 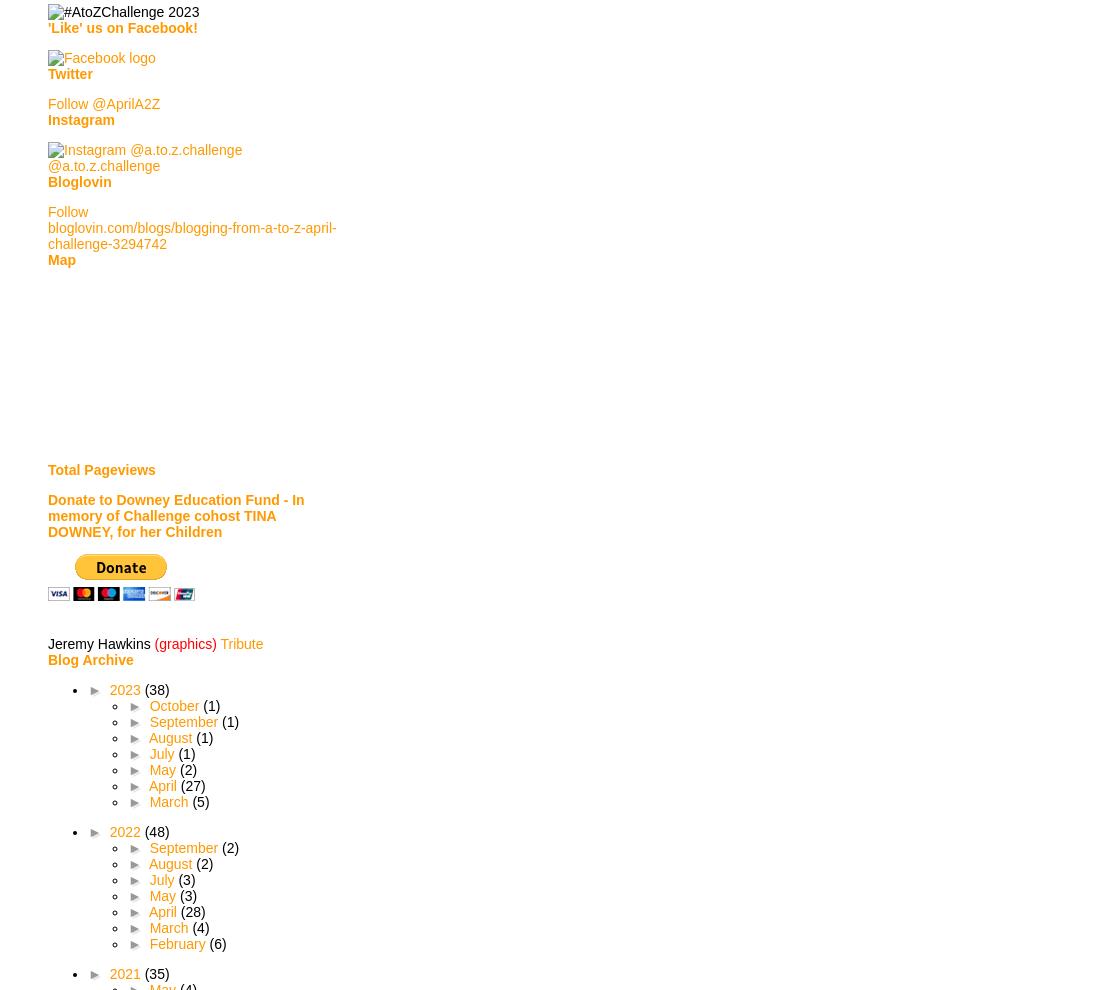 What do you see at coordinates (199, 800) in the screenshot?
I see `'(5)'` at bounding box center [199, 800].